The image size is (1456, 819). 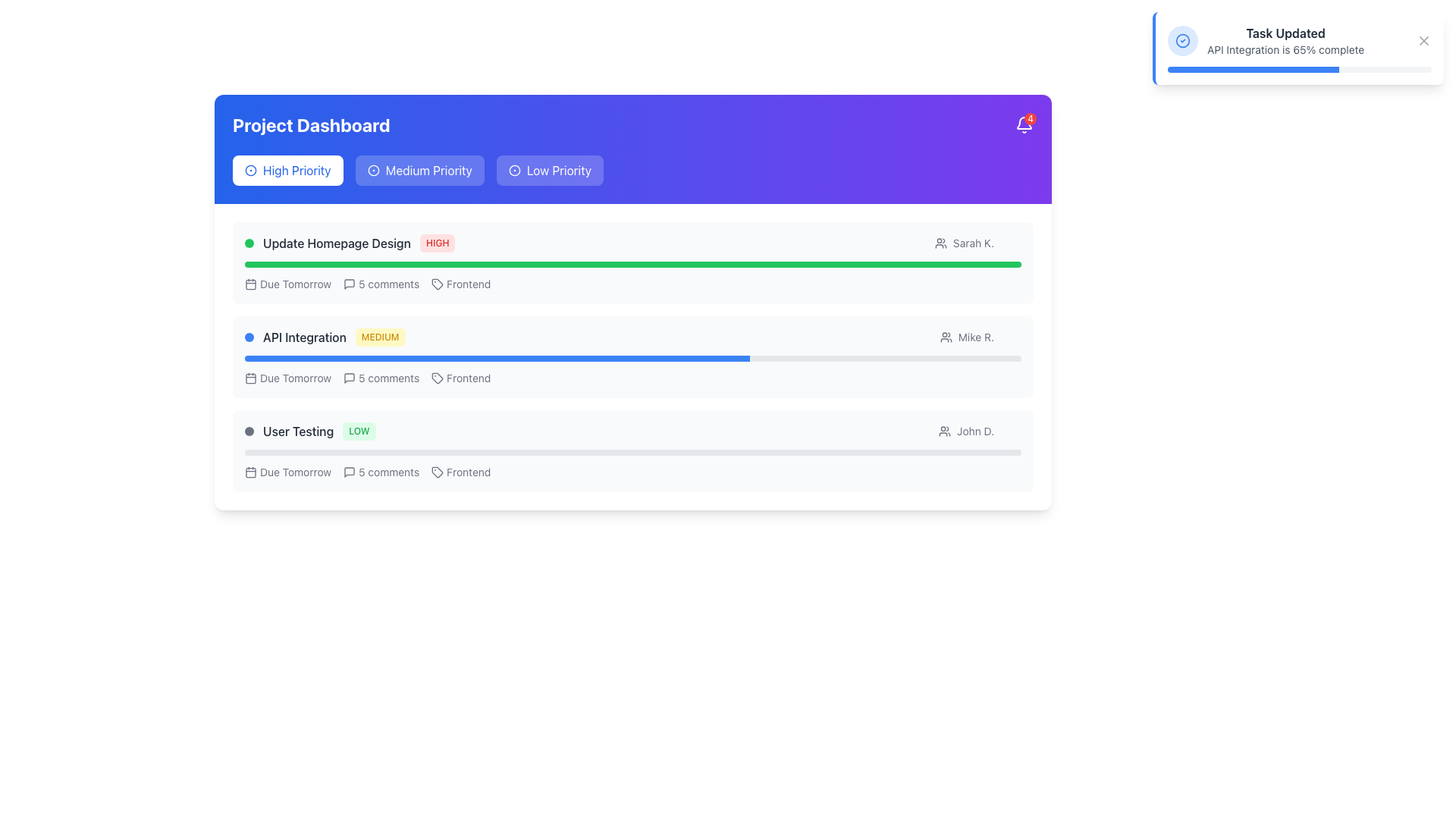 What do you see at coordinates (514, 170) in the screenshot?
I see `the circle shape within the SVG graphic located in the top-right corner of the dashboard heading section, which serves a decorative or informative purpose` at bounding box center [514, 170].